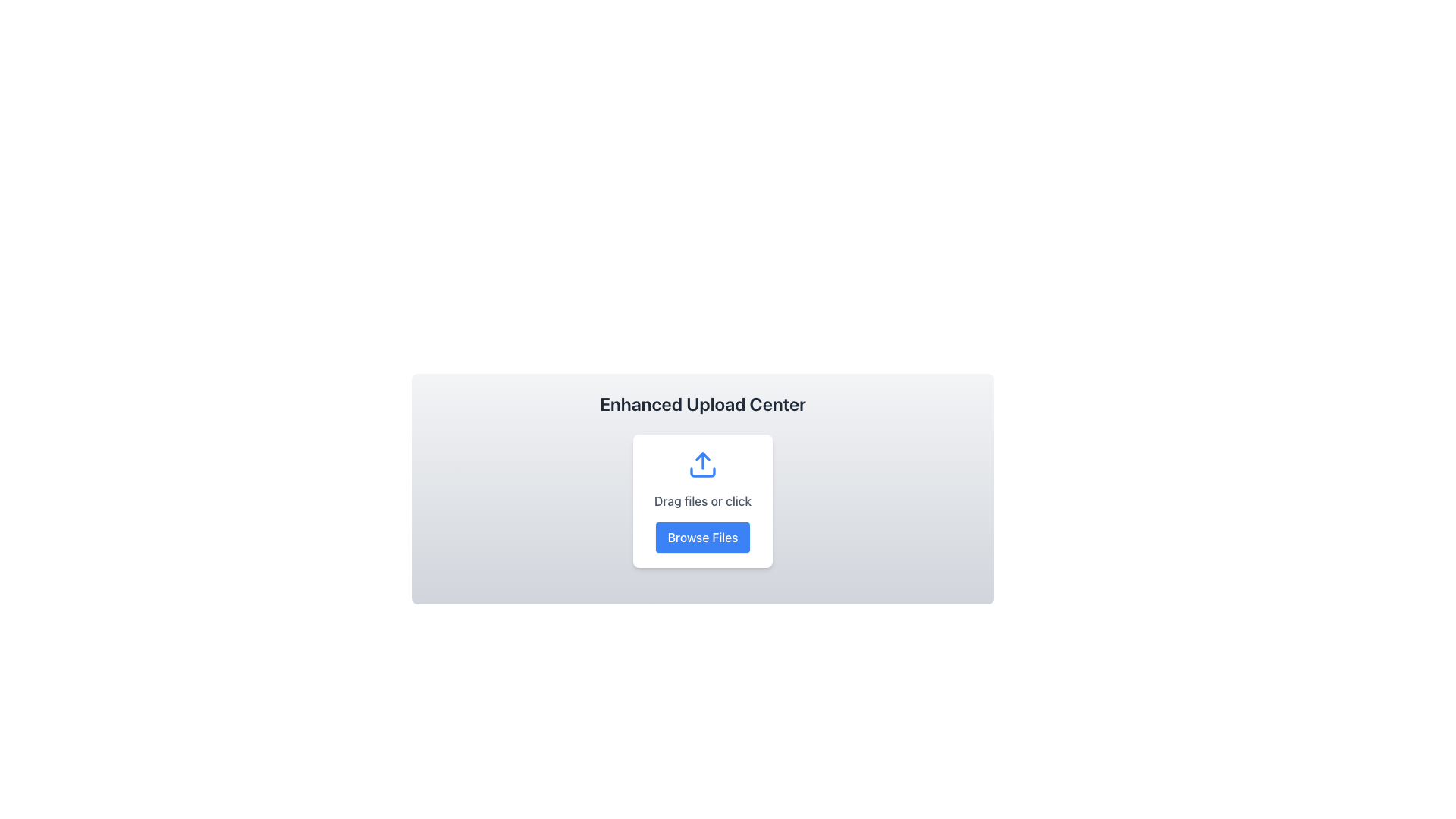  Describe the element at coordinates (701, 464) in the screenshot. I see `the upload icon` at that location.